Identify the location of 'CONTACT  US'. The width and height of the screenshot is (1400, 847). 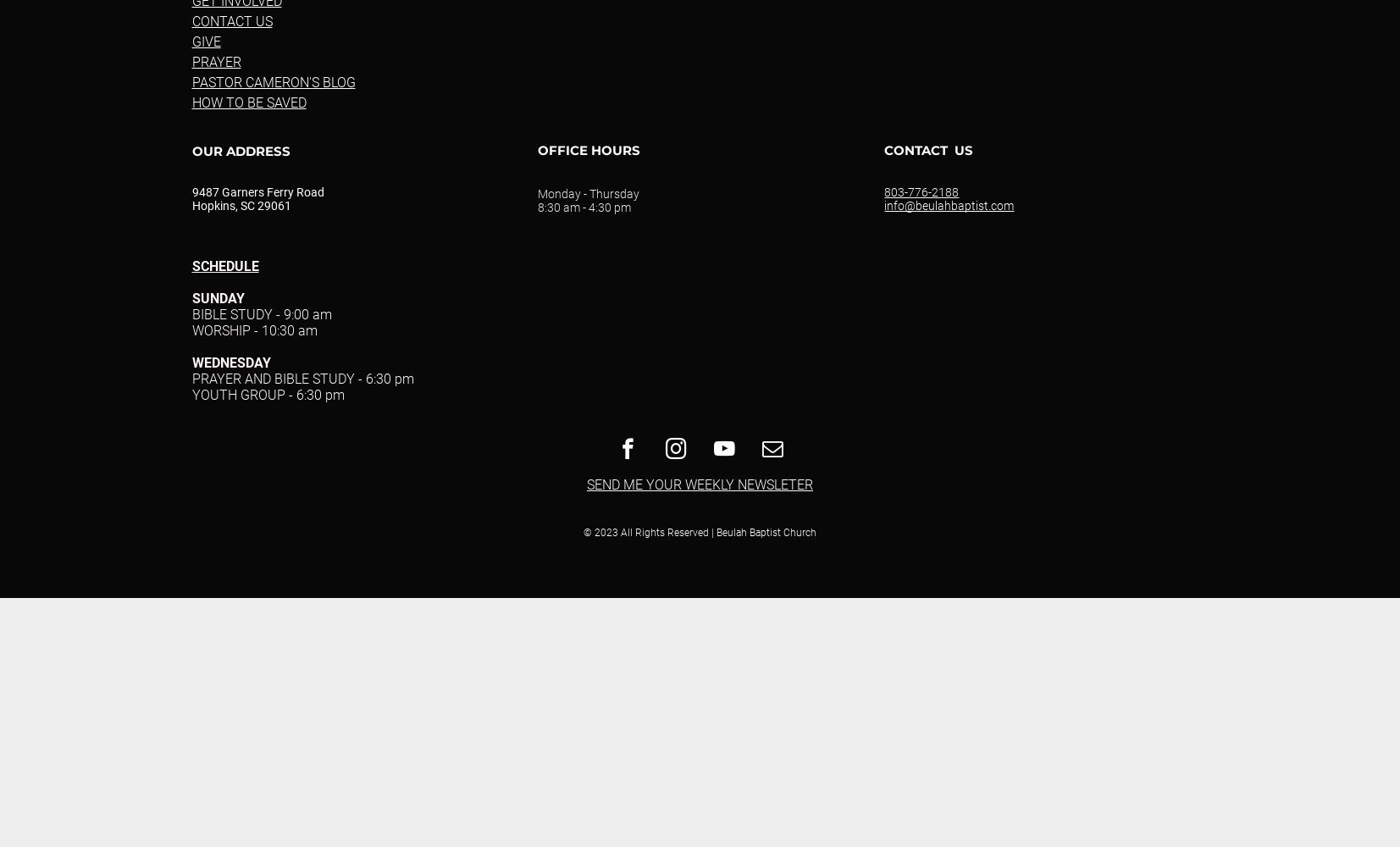
(928, 150).